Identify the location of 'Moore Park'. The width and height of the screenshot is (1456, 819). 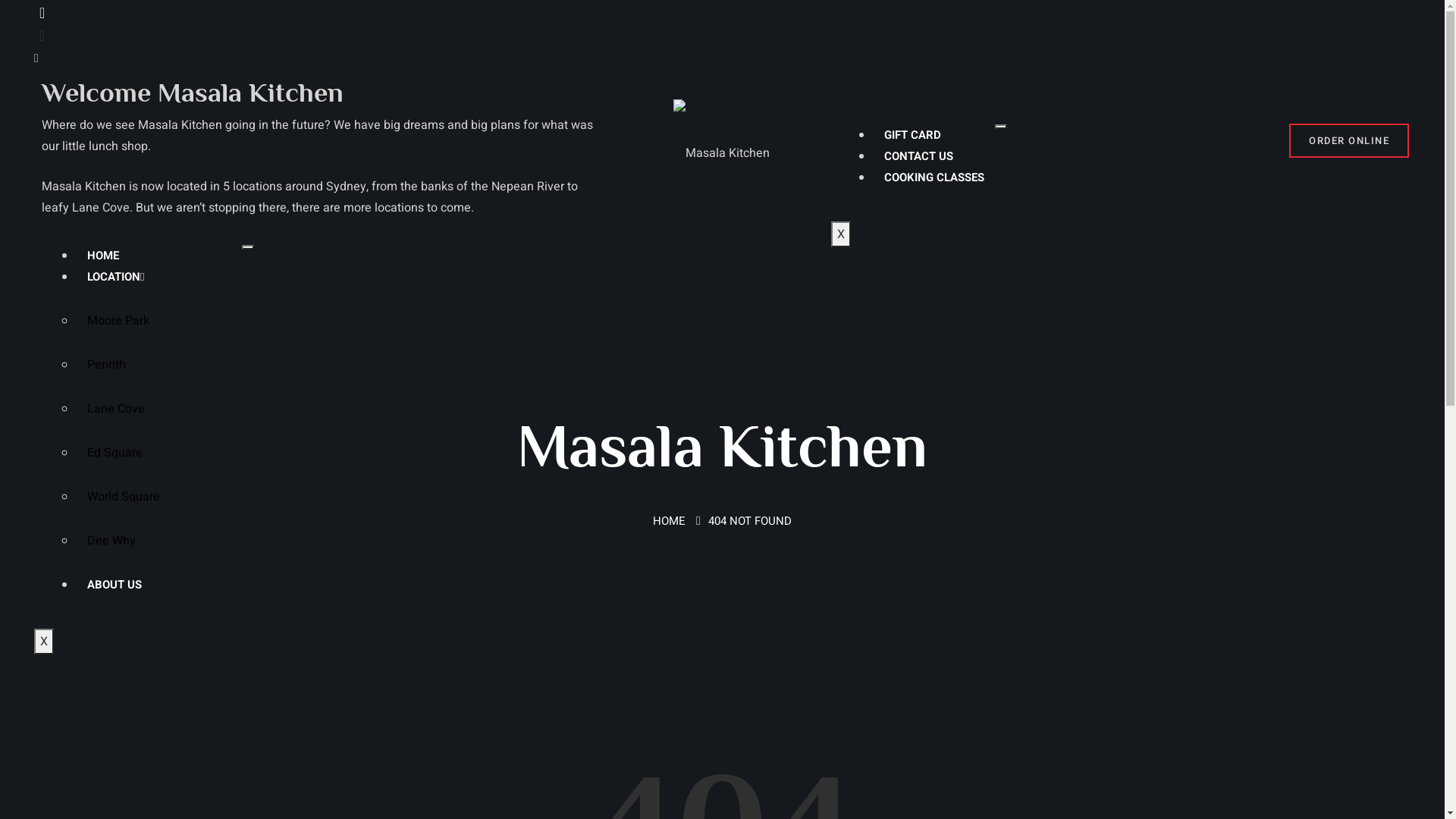
(159, 320).